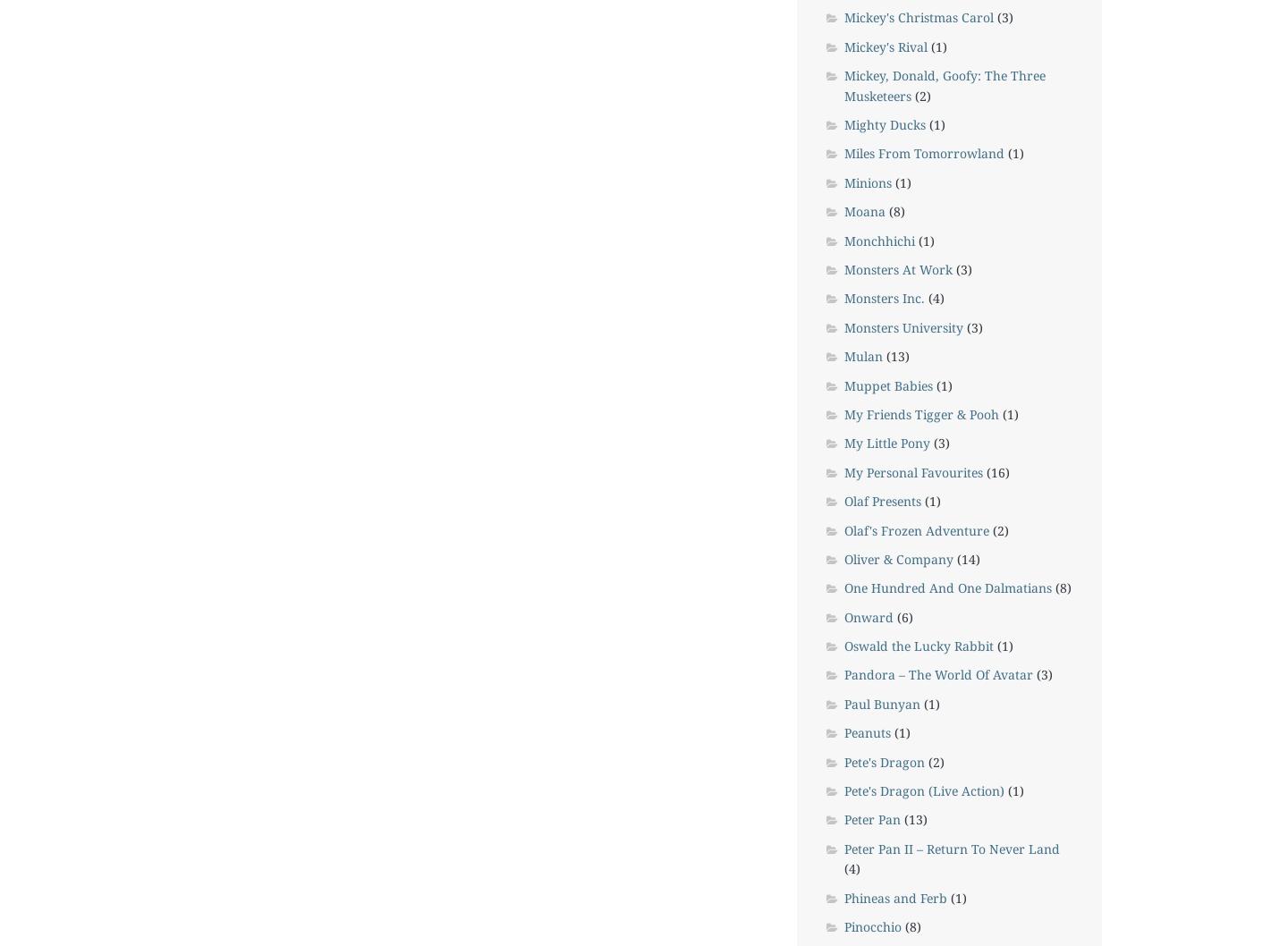 The image size is (1288, 946). Describe the element at coordinates (843, 470) in the screenshot. I see `'My Personal Favourites'` at that location.